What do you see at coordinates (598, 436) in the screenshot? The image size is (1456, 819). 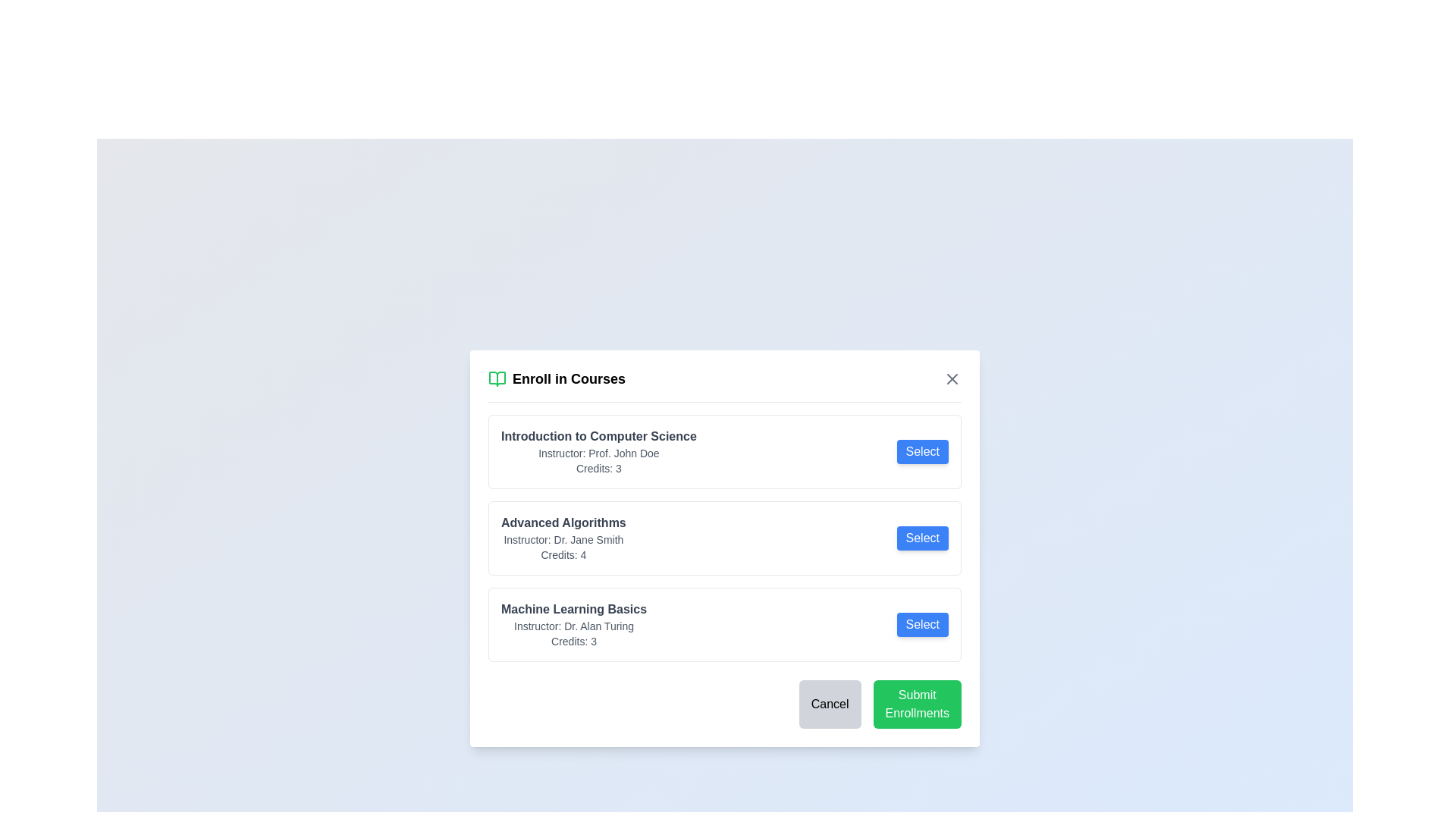 I see `course title text label located at the top of the first course entry, which identifies the course name clearly above the instructor and credits information` at bounding box center [598, 436].